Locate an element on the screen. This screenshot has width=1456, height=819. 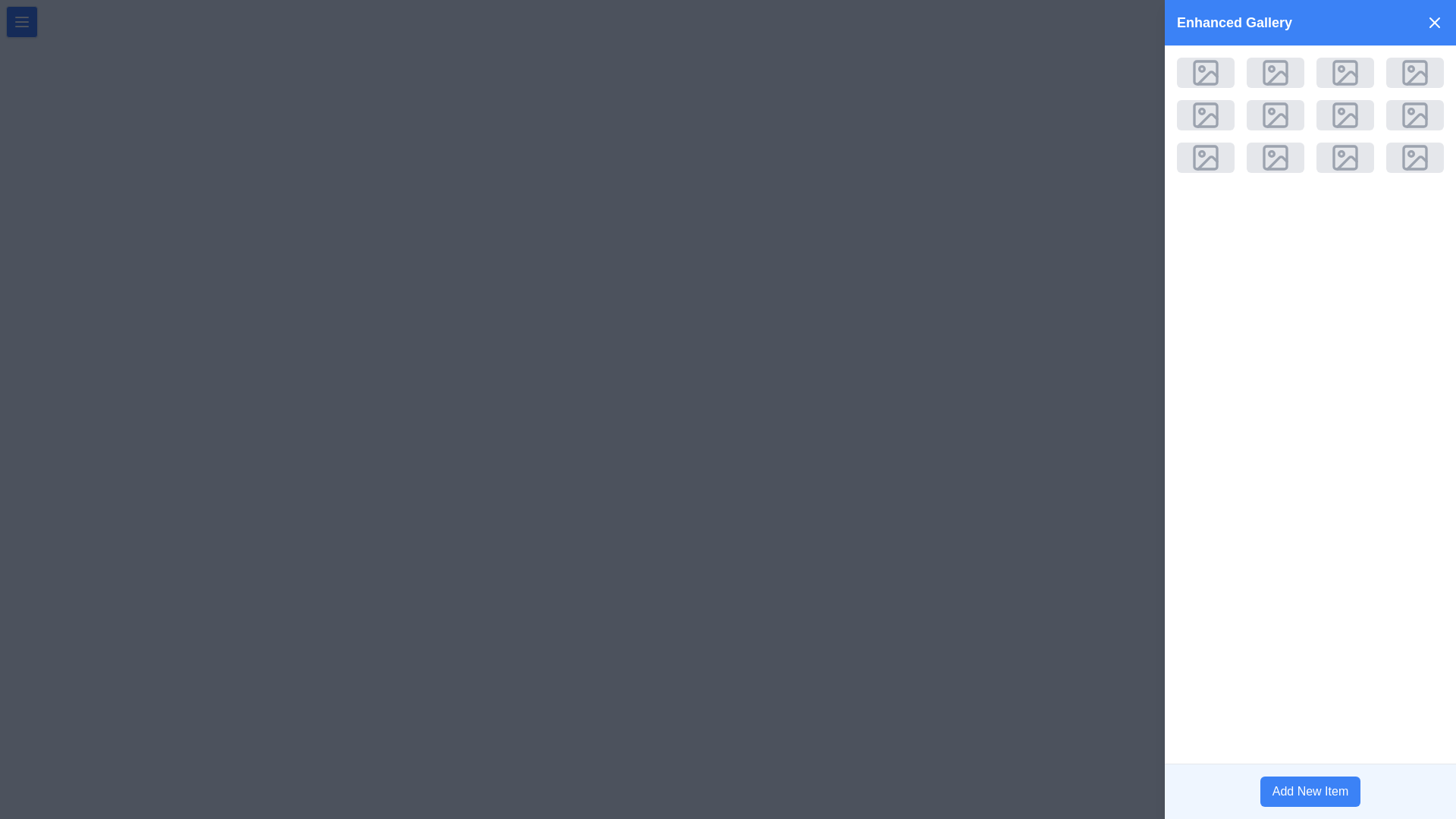
the square-shaped placeholder with a light gray background and a picture frame icon located in the first row and first column of the grid in the 'Enhanced Gallery' modal is located at coordinates (1204, 73).